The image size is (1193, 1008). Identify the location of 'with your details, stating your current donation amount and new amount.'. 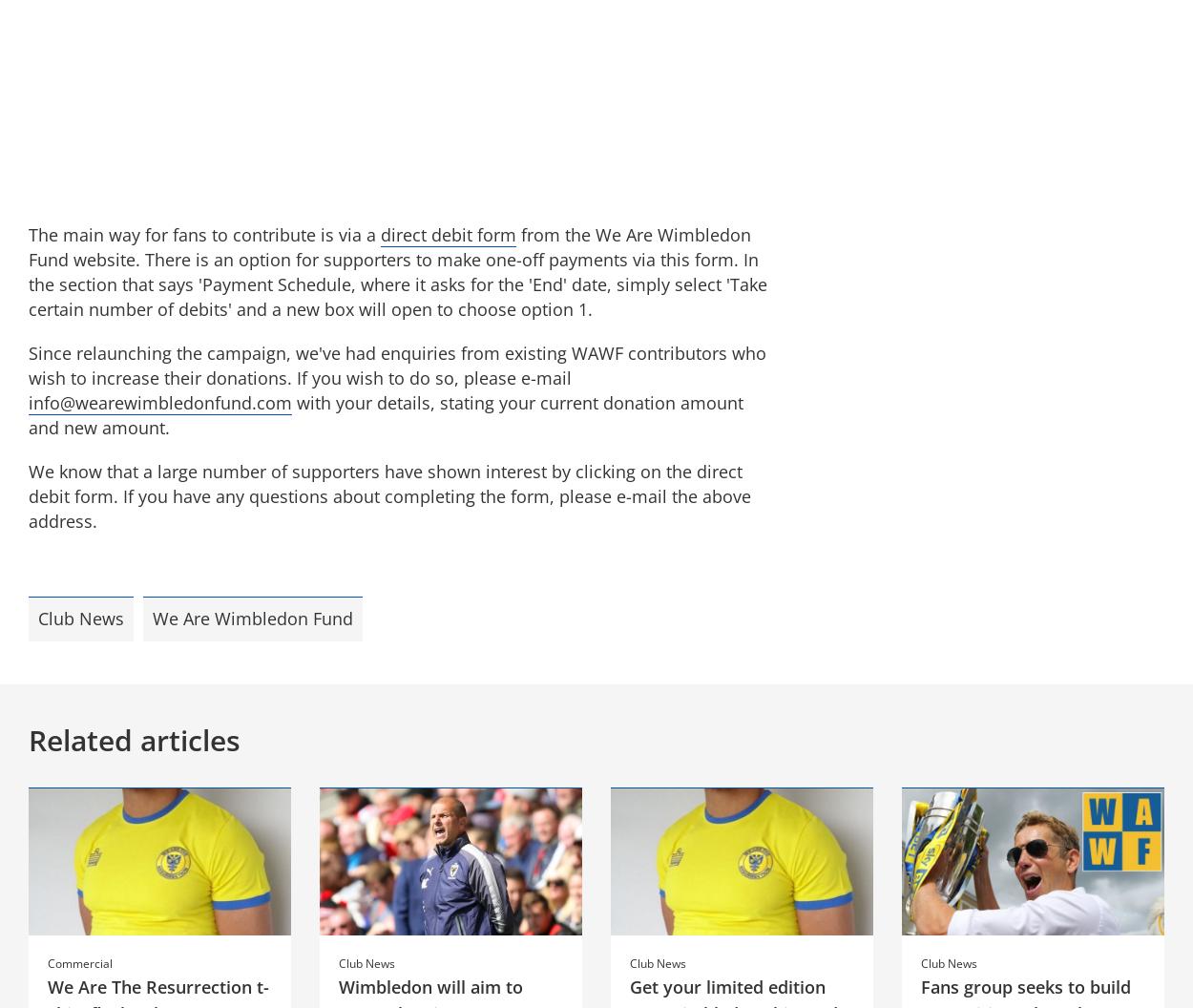
(29, 414).